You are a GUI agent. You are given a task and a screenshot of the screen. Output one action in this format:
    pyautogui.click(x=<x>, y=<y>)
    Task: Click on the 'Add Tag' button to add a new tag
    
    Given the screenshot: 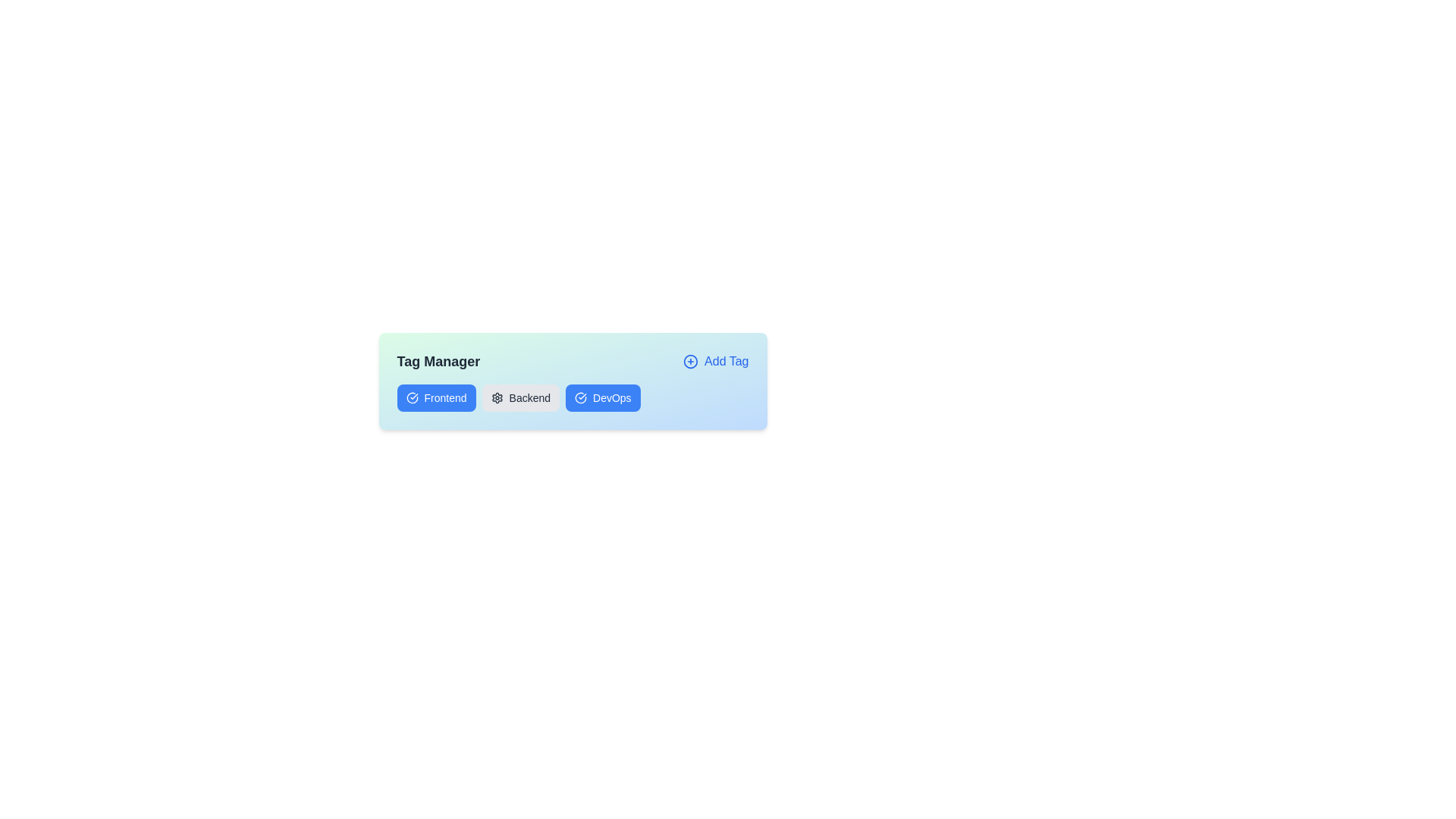 What is the action you would take?
    pyautogui.click(x=715, y=362)
    